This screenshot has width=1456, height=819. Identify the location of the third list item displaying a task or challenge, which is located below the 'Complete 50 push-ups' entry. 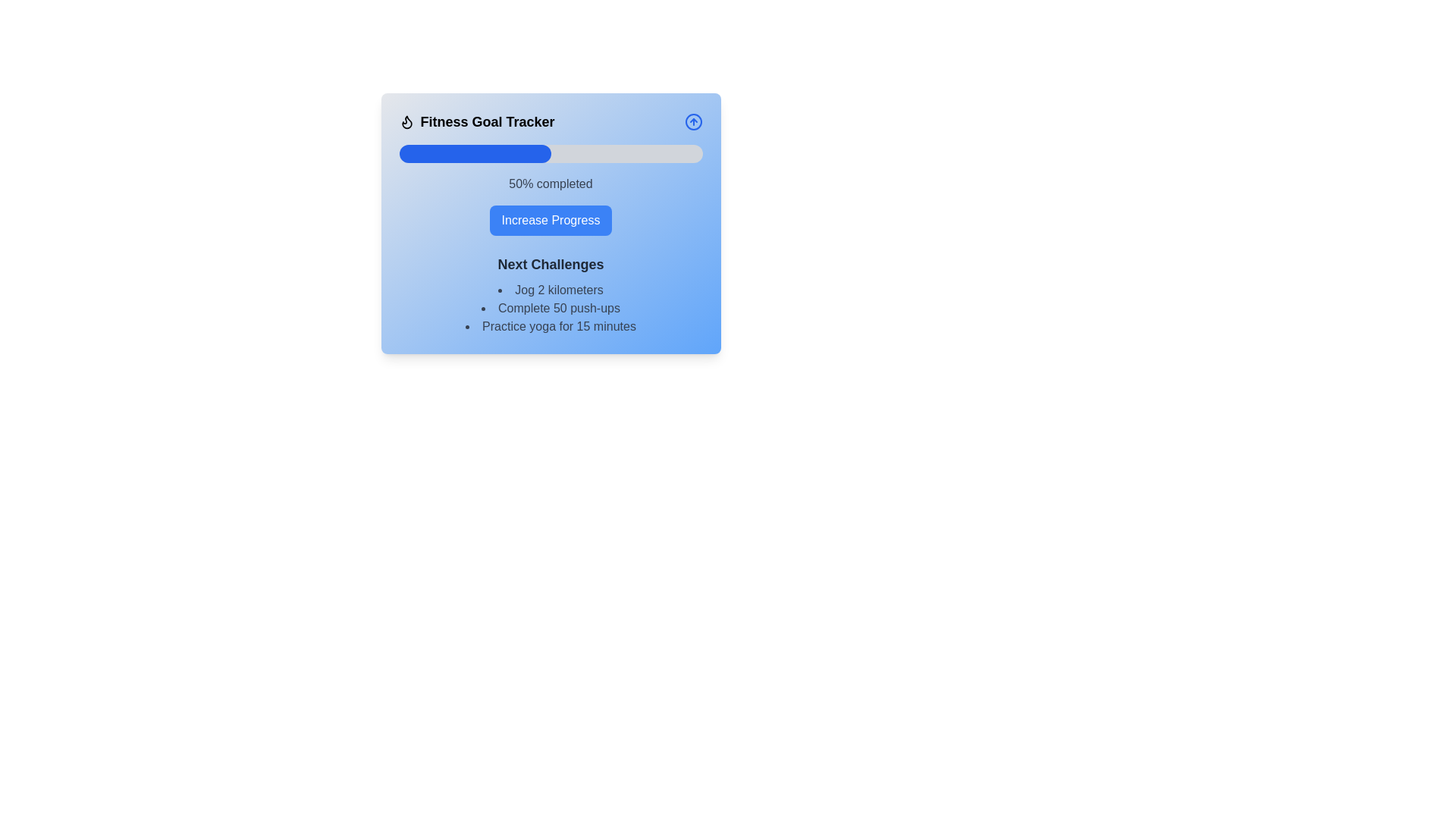
(550, 326).